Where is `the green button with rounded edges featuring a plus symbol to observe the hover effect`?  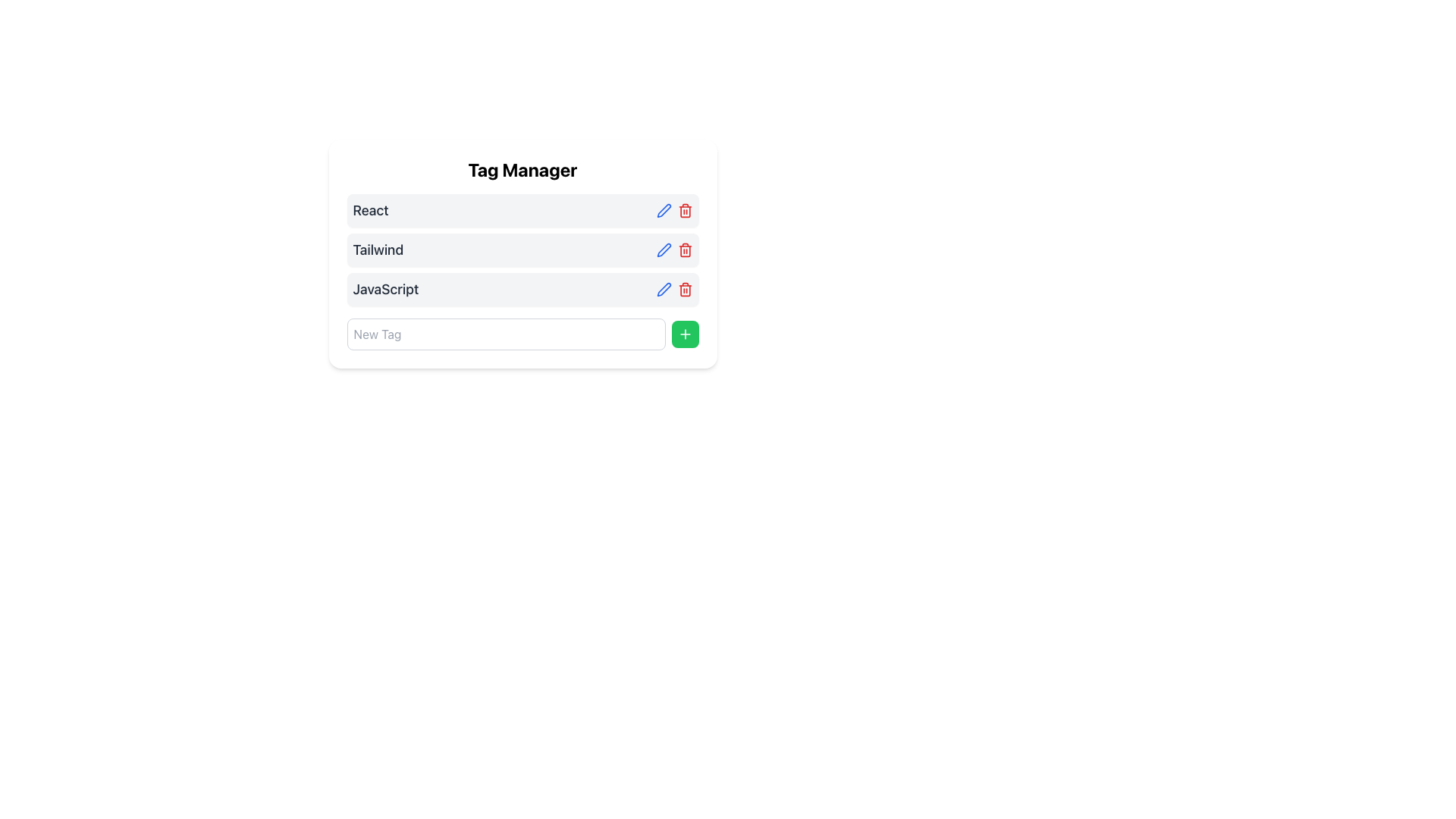
the green button with rounded edges featuring a plus symbol to observe the hover effect is located at coordinates (684, 333).